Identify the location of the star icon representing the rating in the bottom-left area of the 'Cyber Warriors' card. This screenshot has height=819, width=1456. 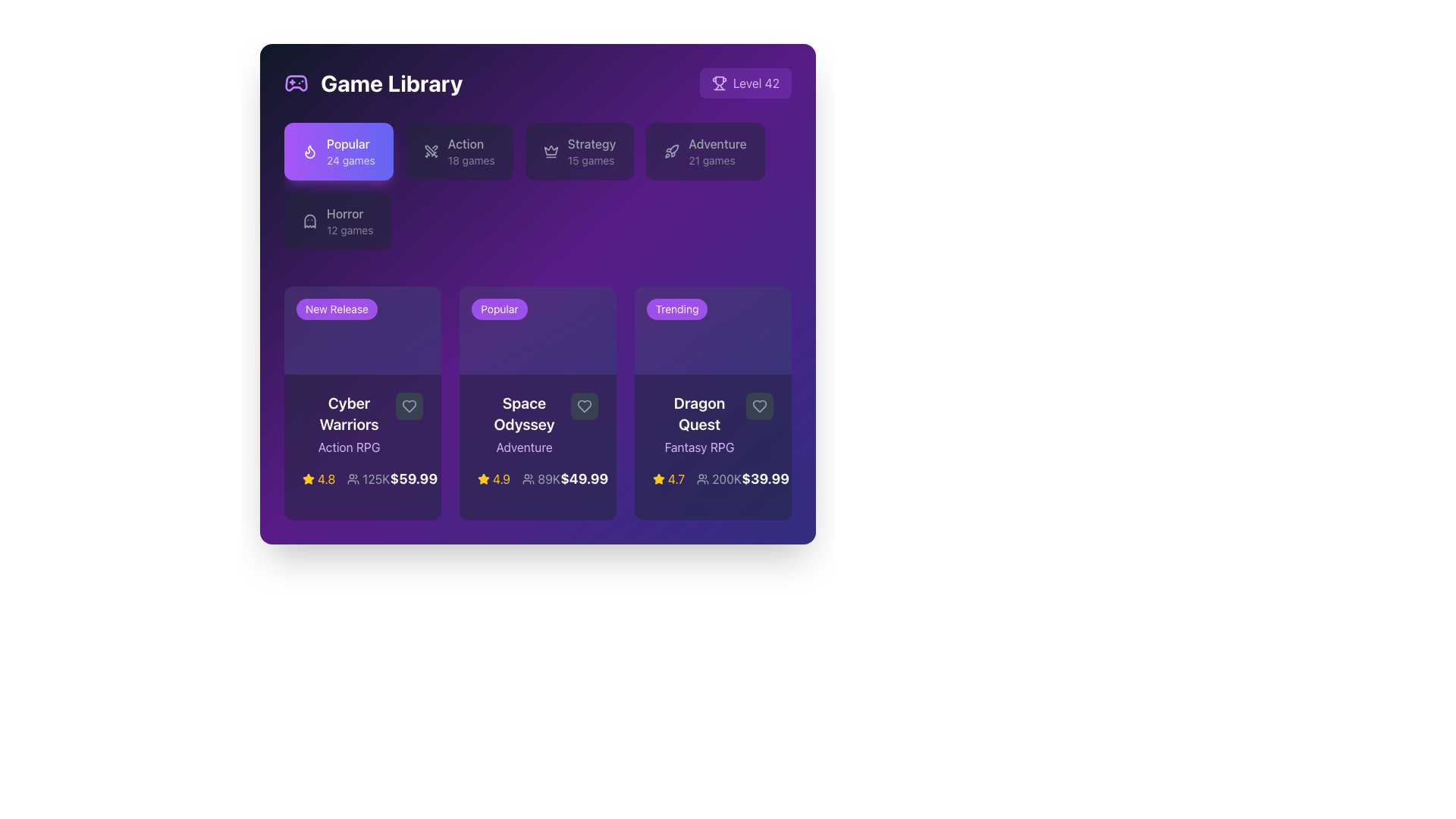
(308, 479).